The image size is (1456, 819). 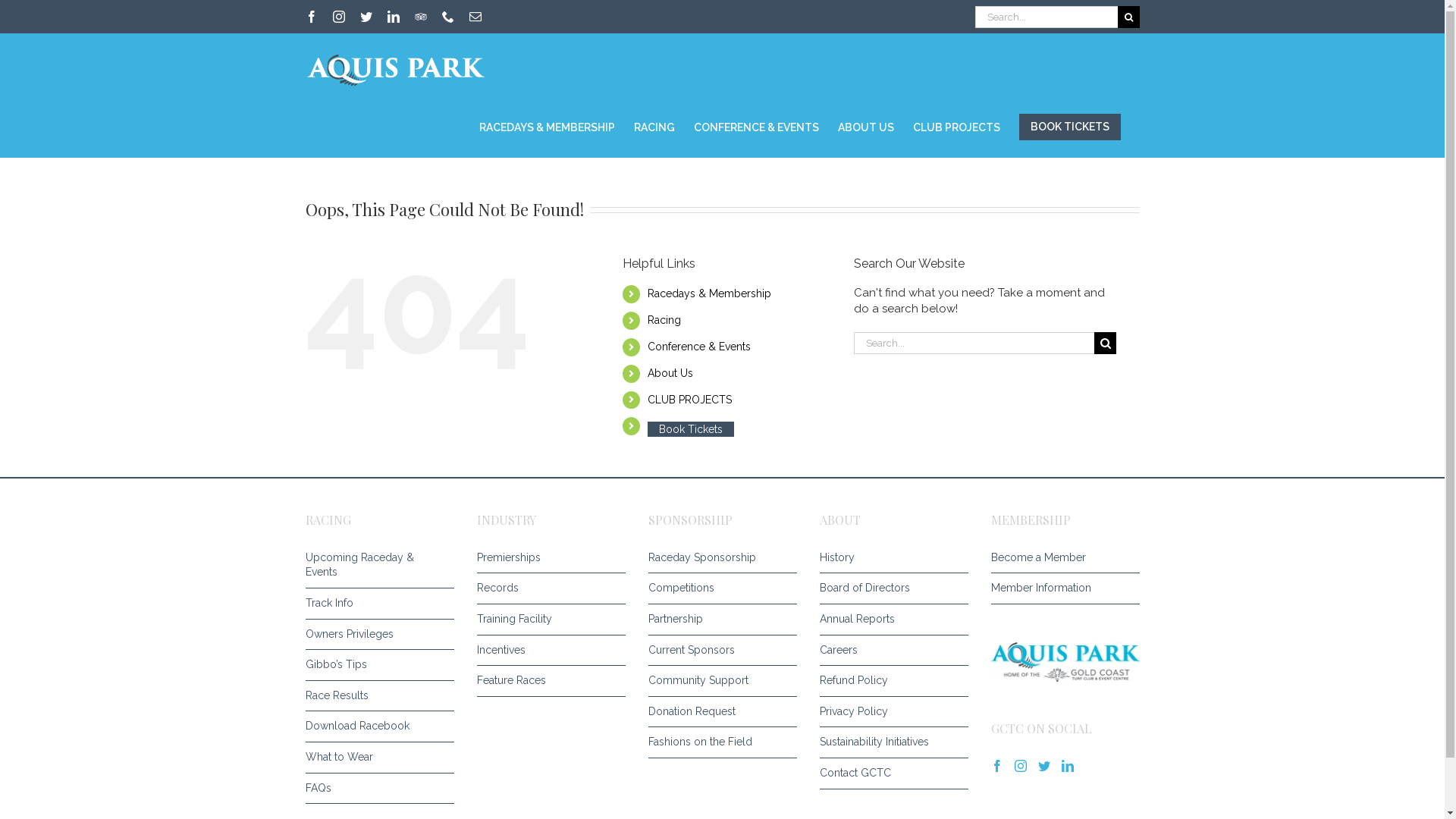 What do you see at coordinates (419, 17) in the screenshot?
I see `'Trip Advisor'` at bounding box center [419, 17].